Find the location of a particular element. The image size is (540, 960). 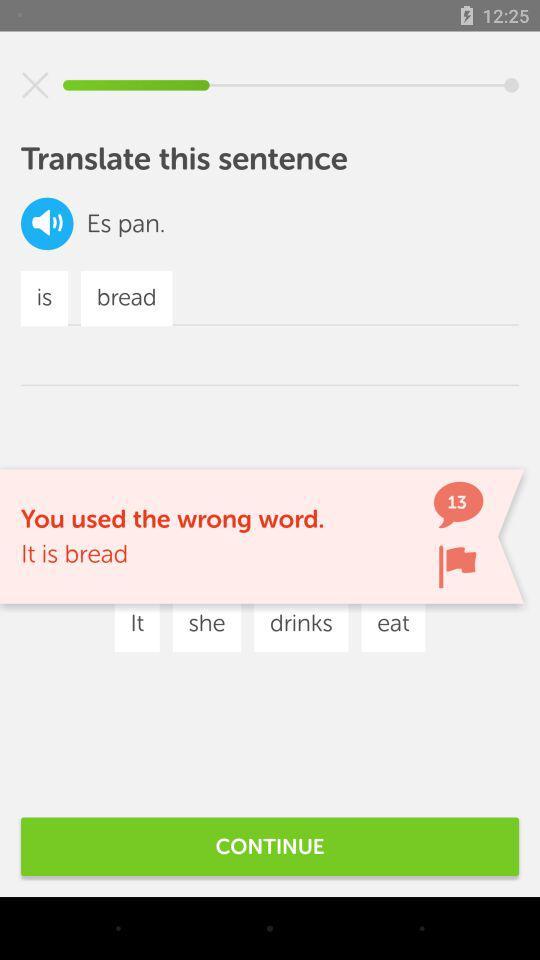

the icon below translate this sentence is located at coordinates (47, 223).